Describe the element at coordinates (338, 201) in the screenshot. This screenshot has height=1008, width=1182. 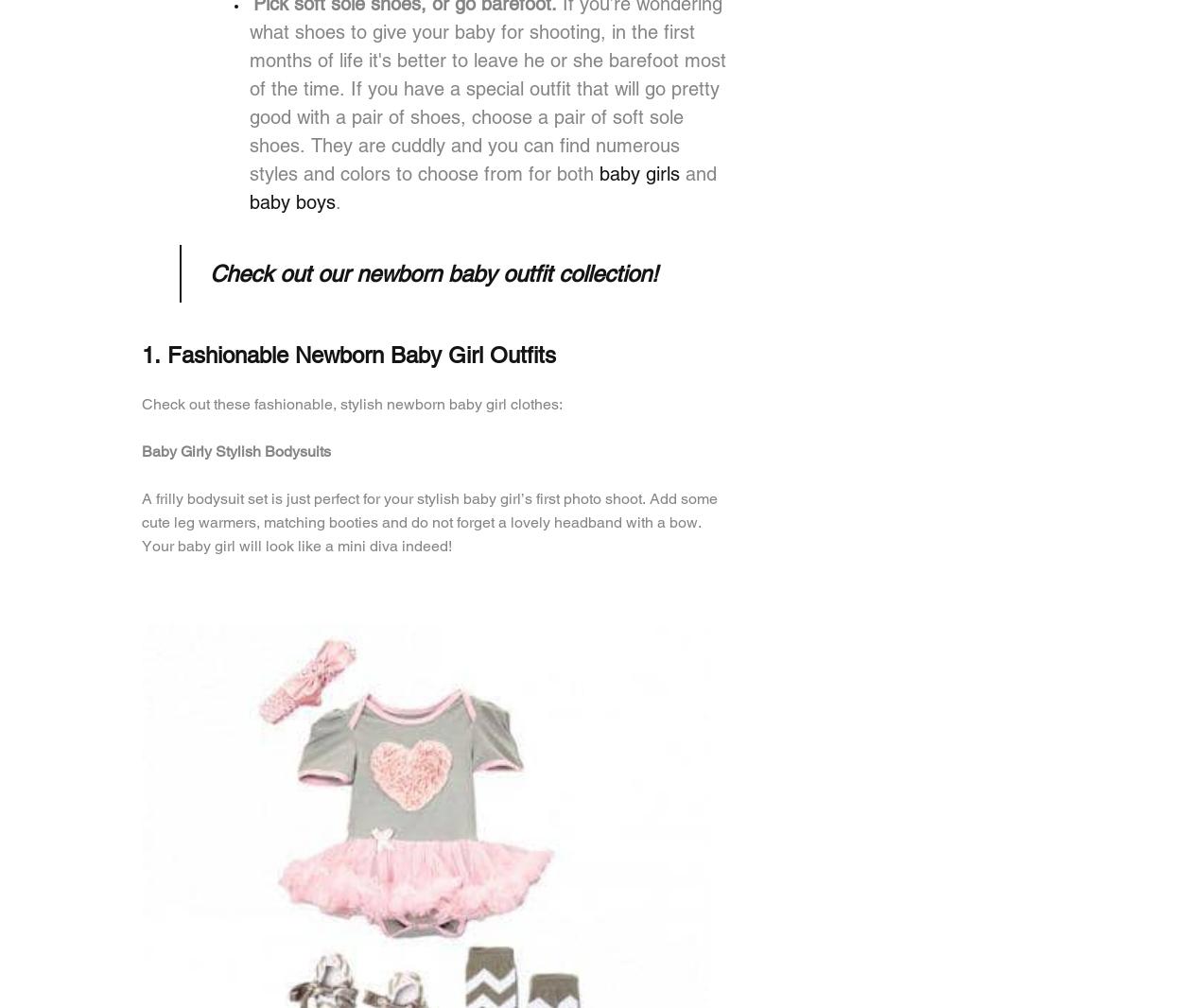
I see `'.'` at that location.